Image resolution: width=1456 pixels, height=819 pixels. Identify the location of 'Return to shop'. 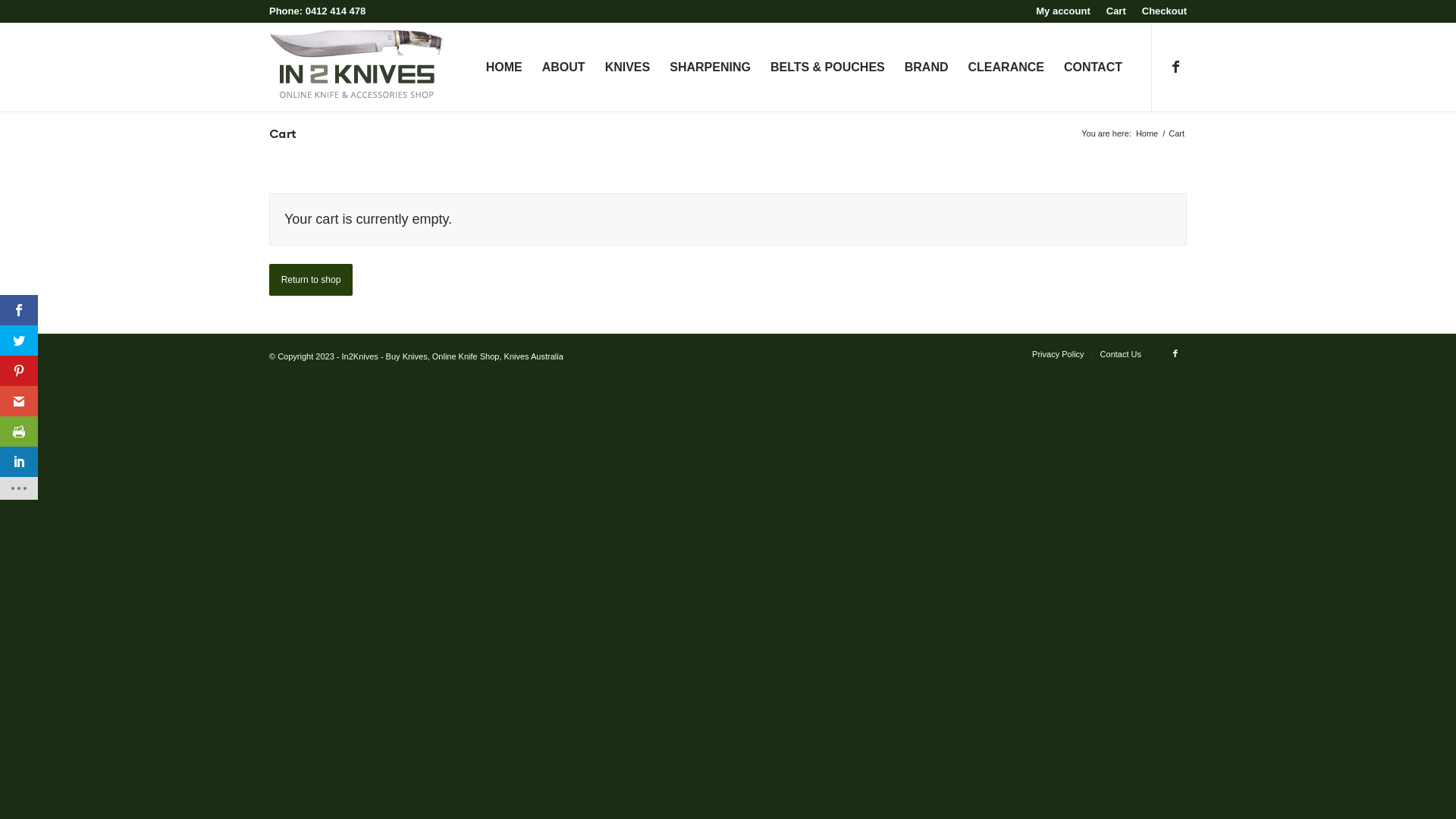
(269, 280).